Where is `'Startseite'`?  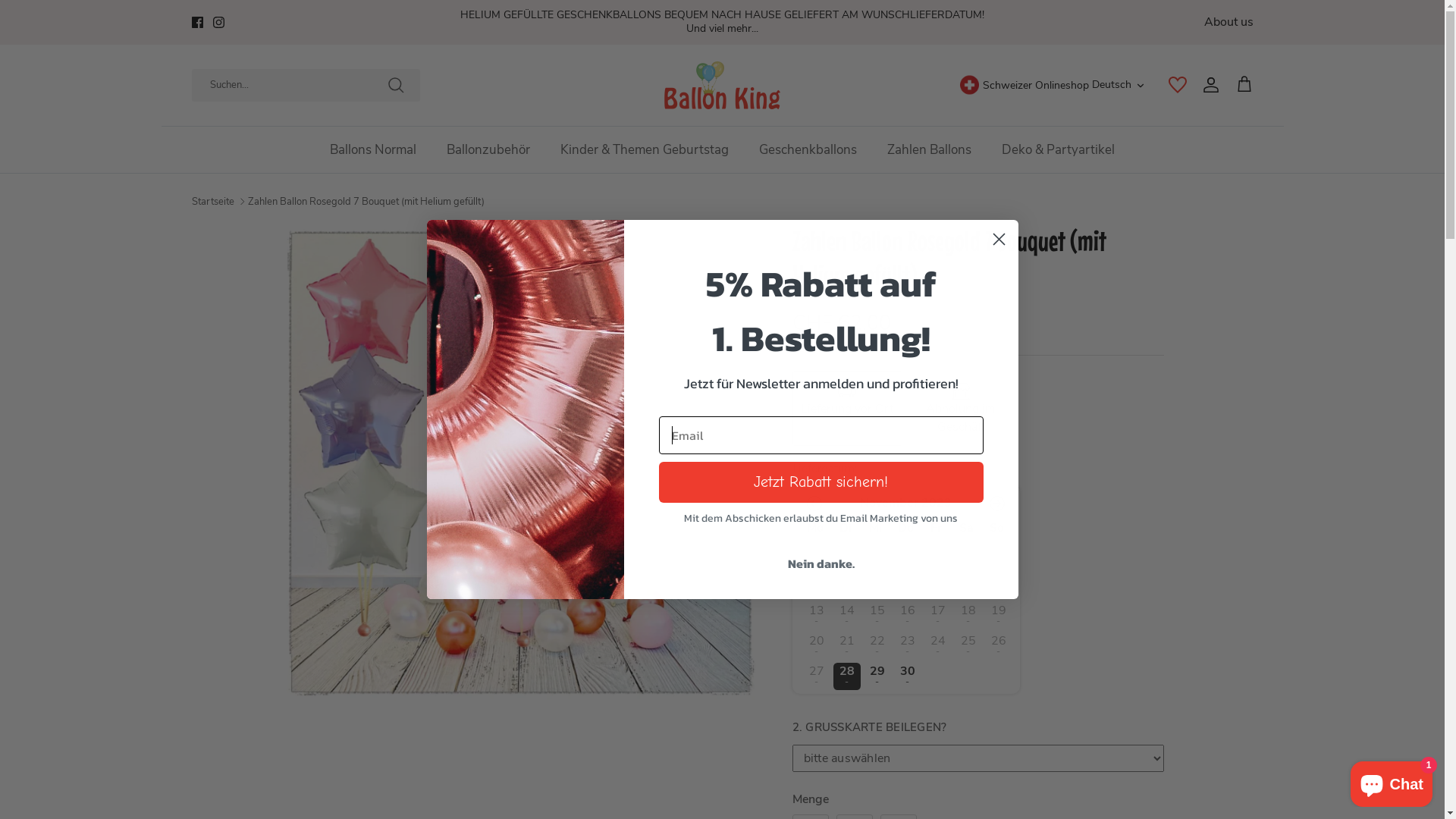
'Startseite' is located at coordinates (211, 201).